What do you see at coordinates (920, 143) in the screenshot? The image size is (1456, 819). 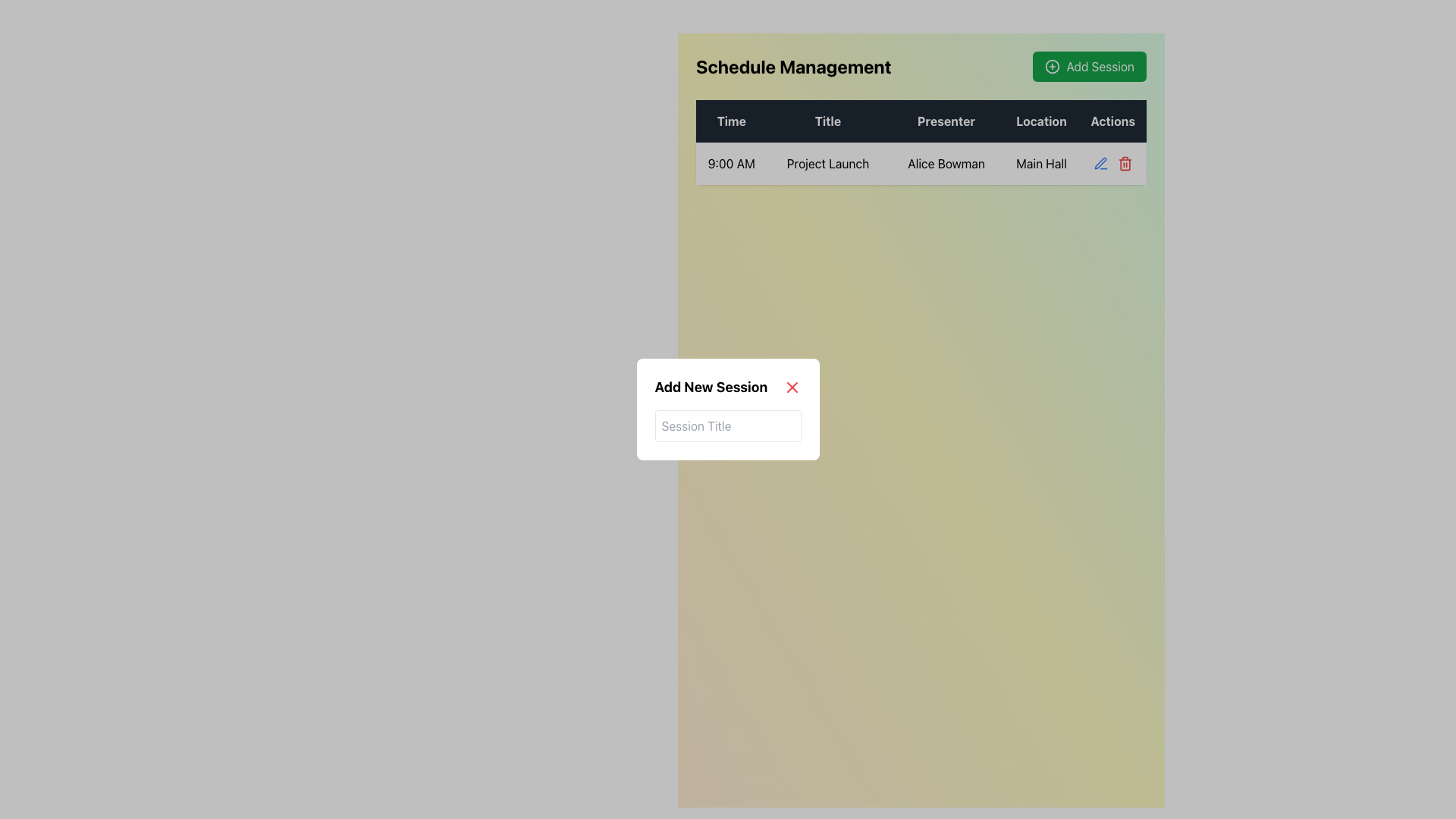 I see `the table row displaying scheduled event details including '9:00 AM', 'Project Launch', 'Alice Bowman', 'Main Hall' in the 'Schedule Management' section` at bounding box center [920, 143].